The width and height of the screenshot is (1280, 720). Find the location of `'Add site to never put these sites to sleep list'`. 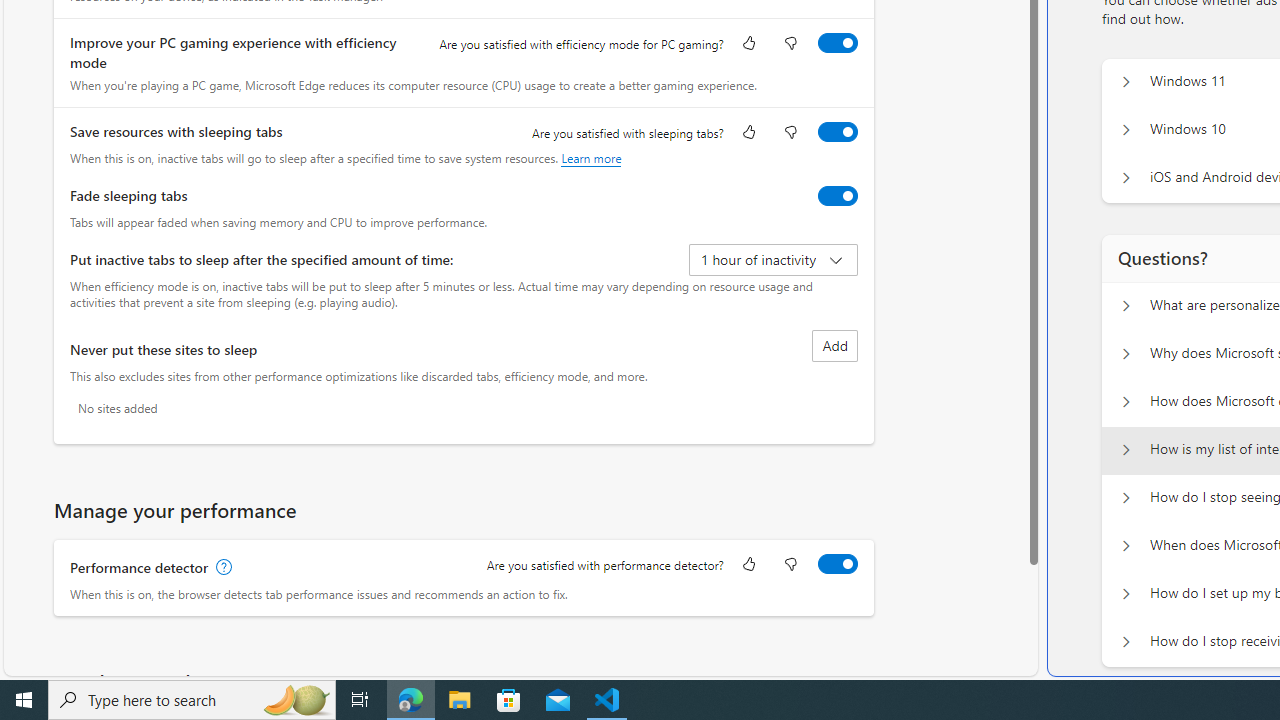

'Add site to never put these sites to sleep list' is located at coordinates (834, 344).